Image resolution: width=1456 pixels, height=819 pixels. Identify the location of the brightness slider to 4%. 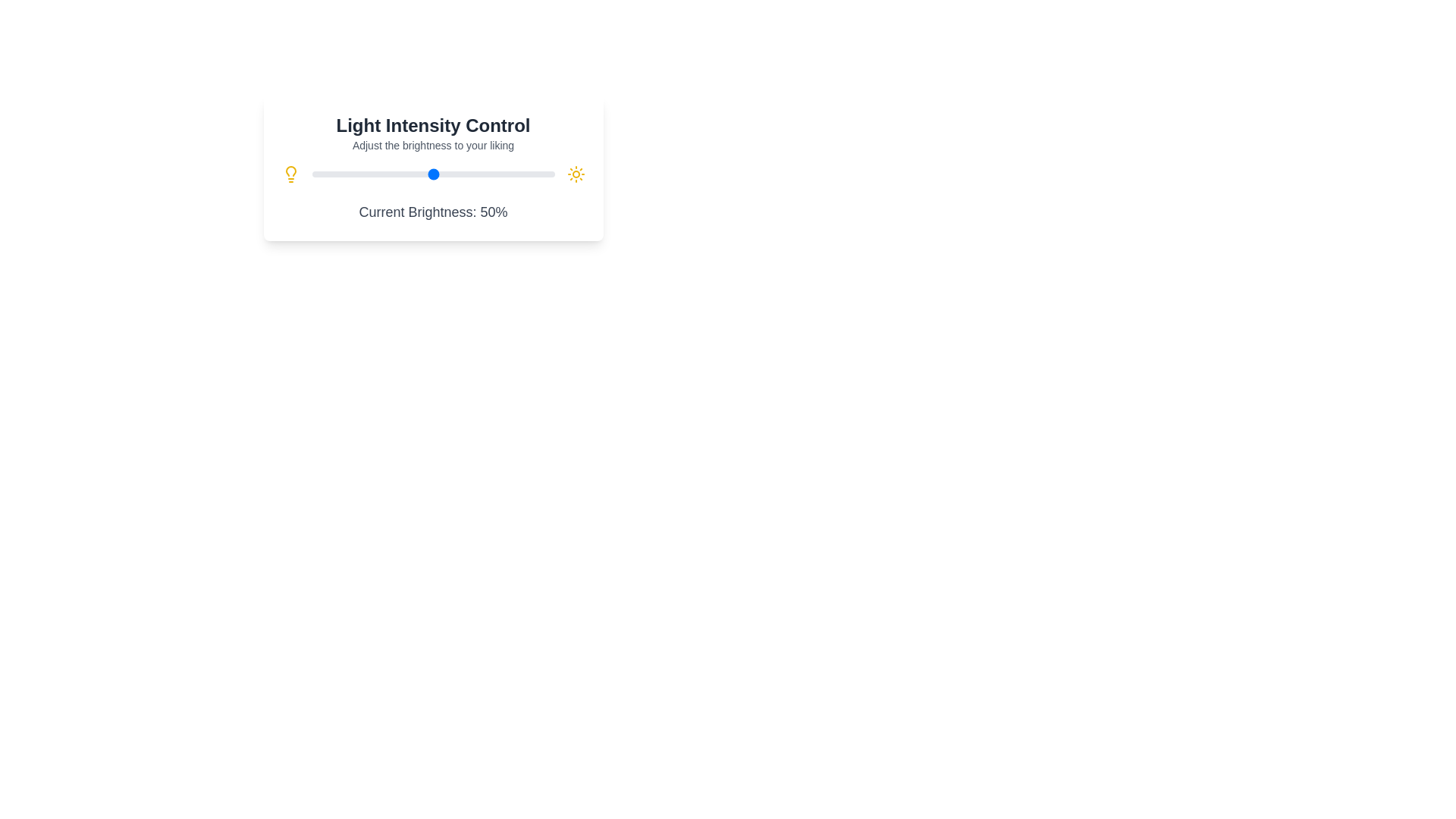
(321, 174).